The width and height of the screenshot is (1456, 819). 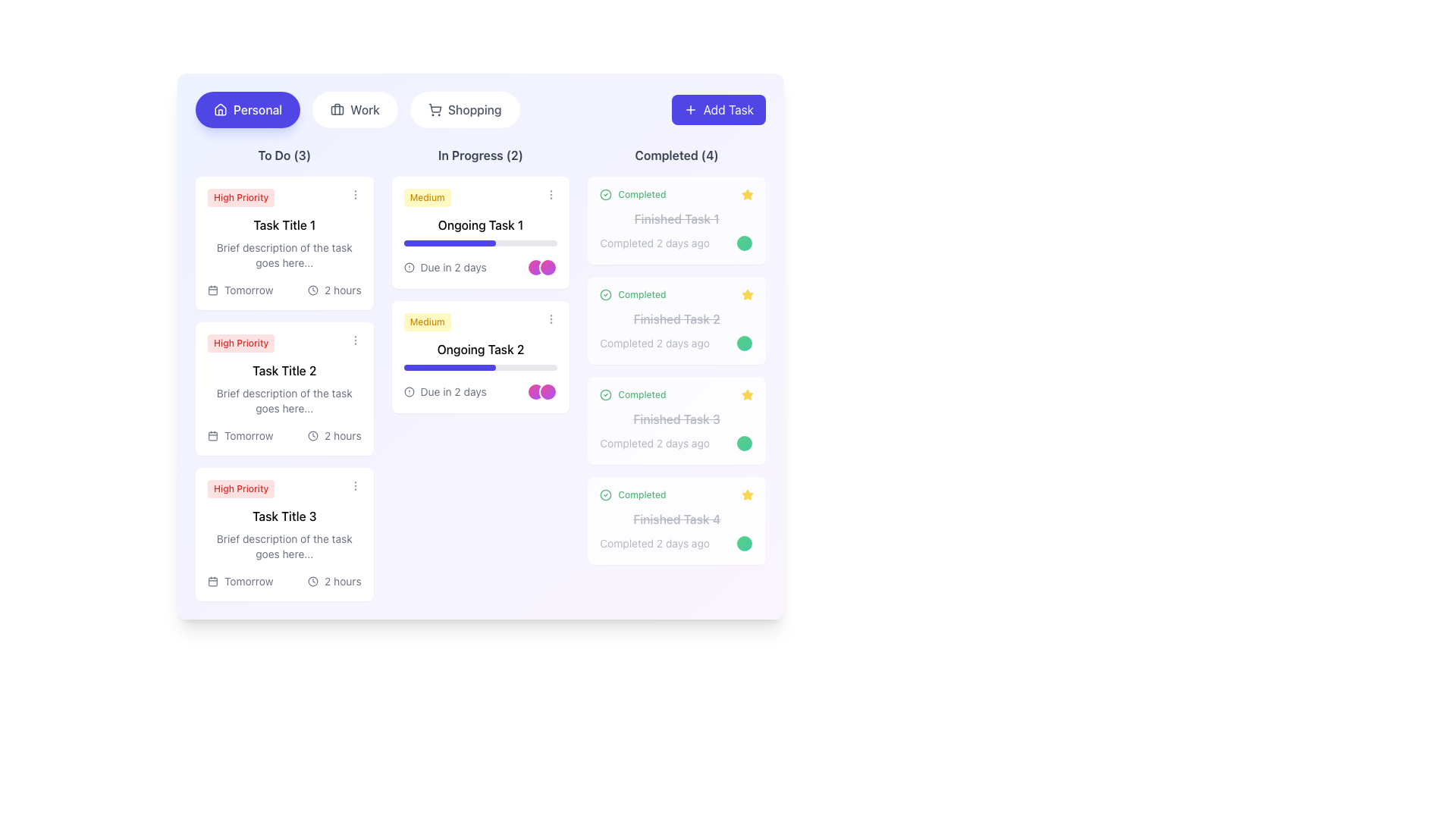 What do you see at coordinates (449, 368) in the screenshot?
I see `the progress bar located in the 'In Progress' section below the title 'Ongoing Task 2'` at bounding box center [449, 368].